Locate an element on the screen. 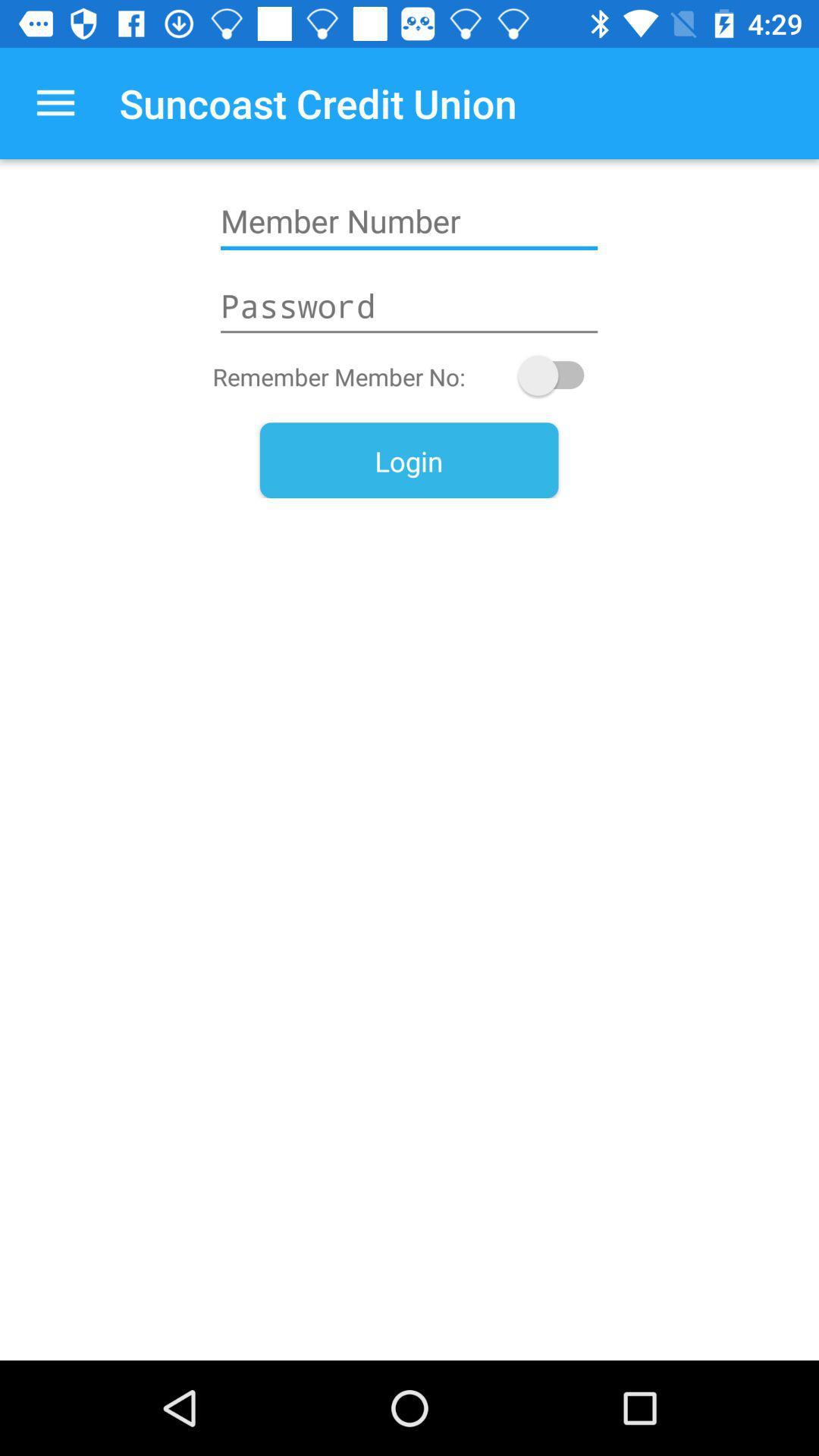  insert password for login is located at coordinates (408, 305).